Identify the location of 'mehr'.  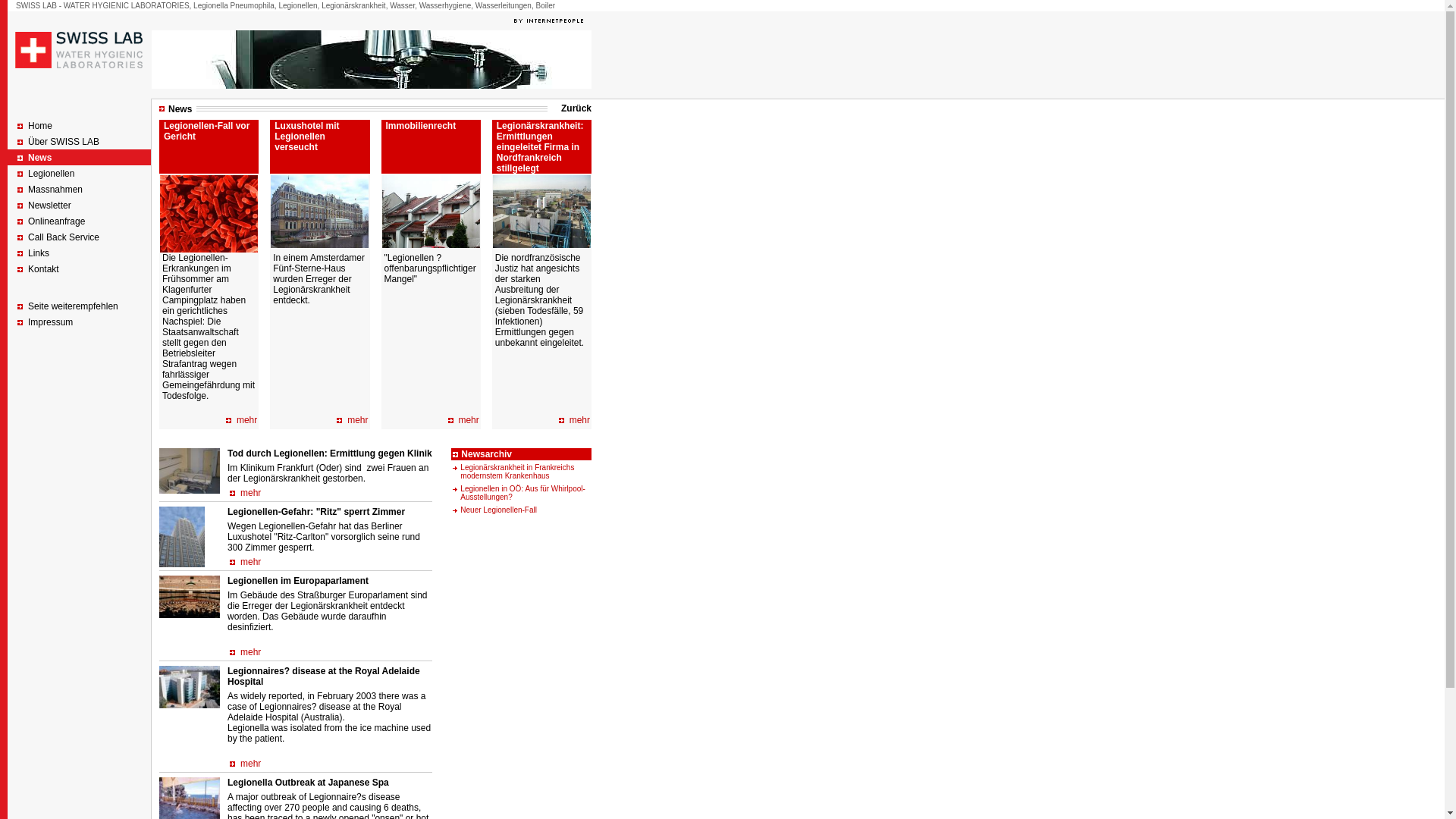
(246, 420).